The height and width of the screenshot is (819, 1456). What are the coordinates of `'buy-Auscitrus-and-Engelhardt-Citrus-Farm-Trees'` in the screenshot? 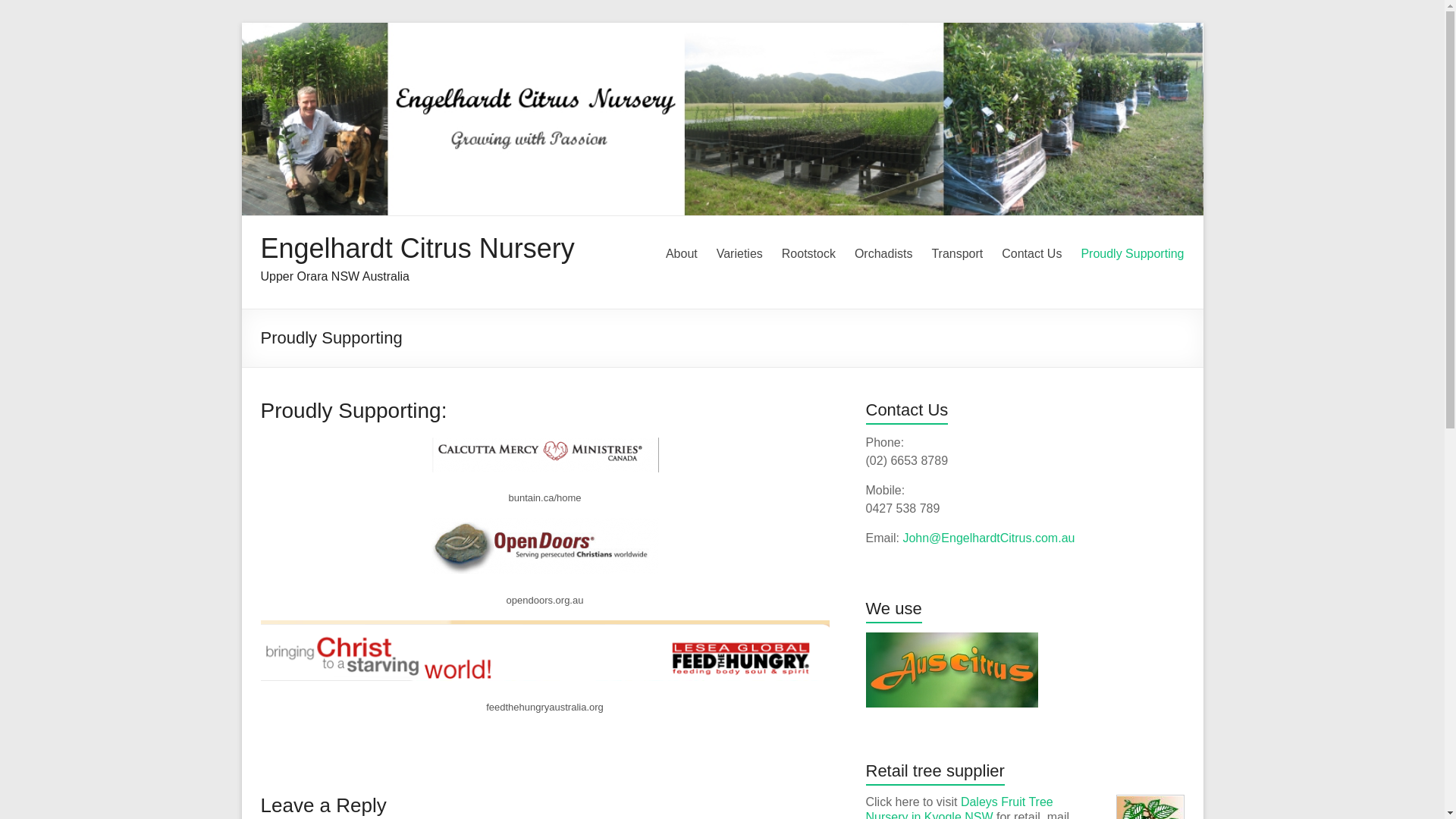 It's located at (866, 669).